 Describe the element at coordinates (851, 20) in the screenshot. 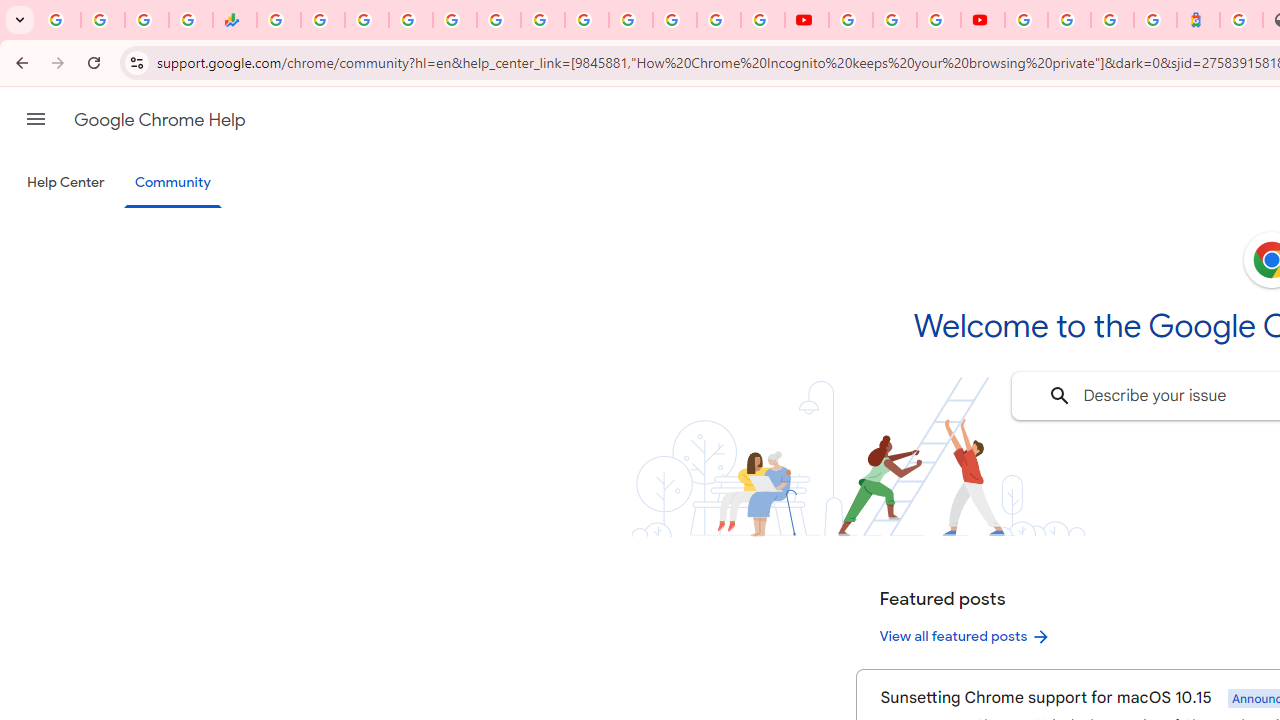

I see `'YouTube'` at that location.